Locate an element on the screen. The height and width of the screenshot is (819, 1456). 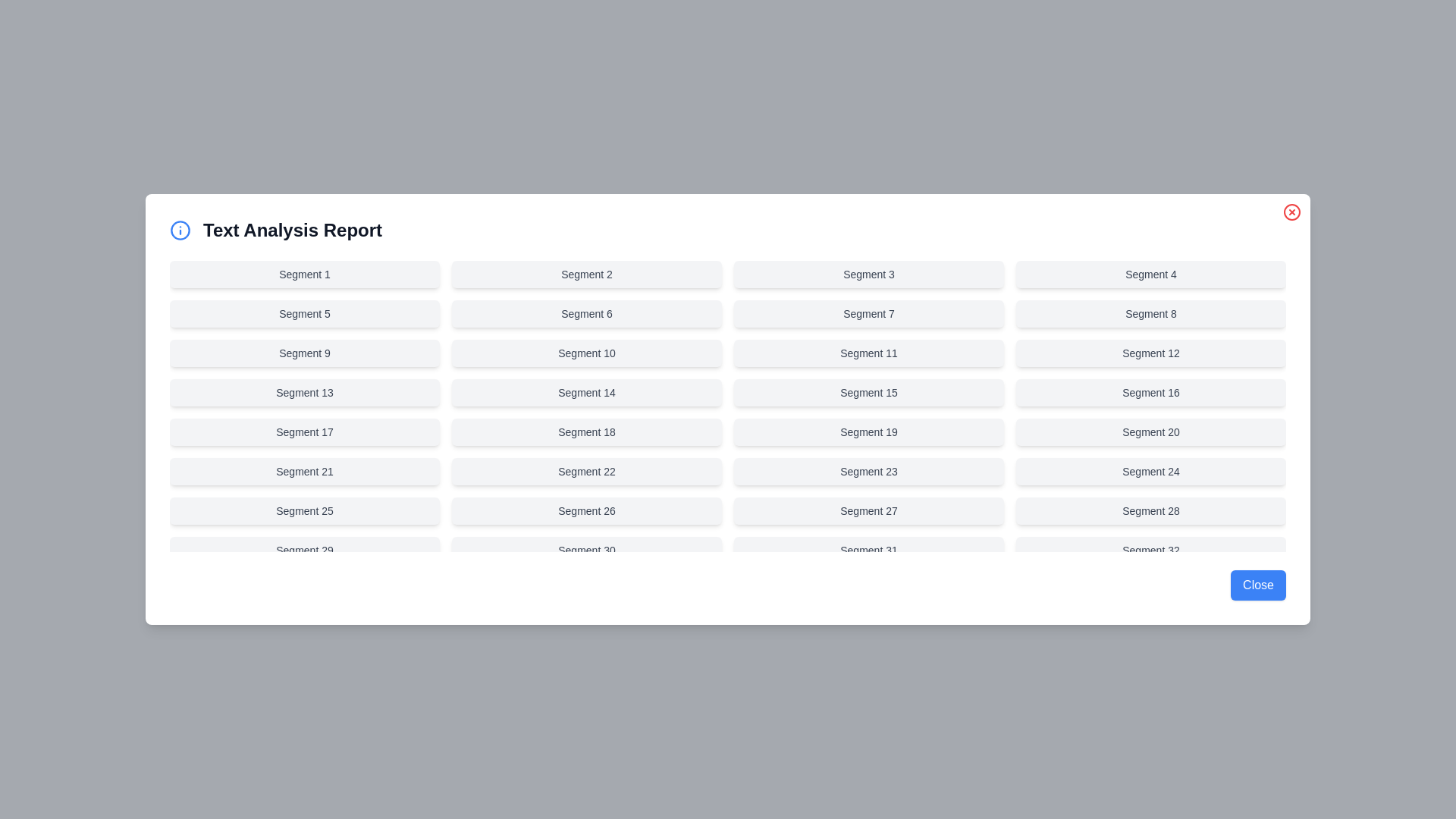
the close button in the top-right corner of the dialog is located at coordinates (1291, 212).